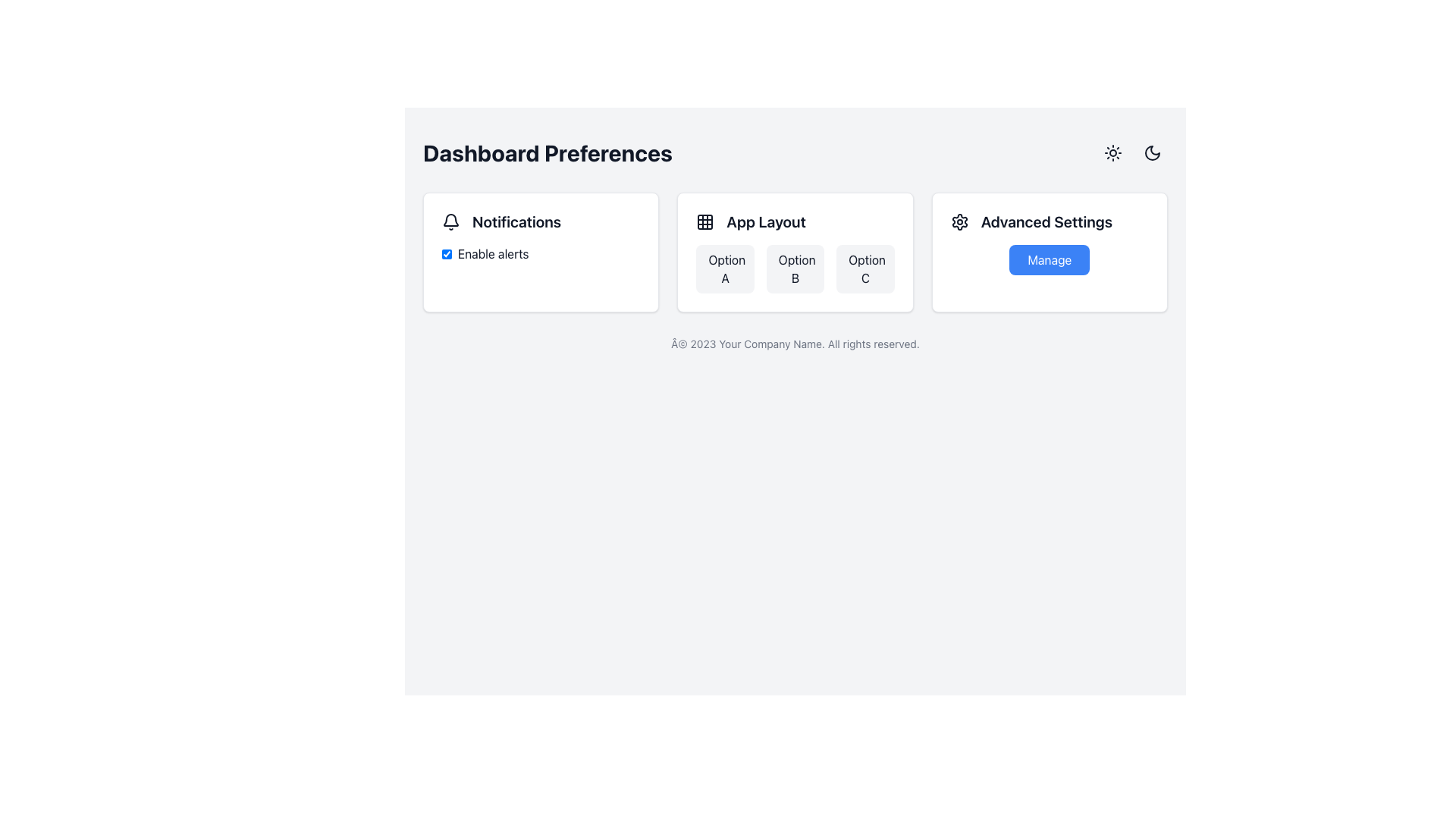 The width and height of the screenshot is (1456, 819). What do you see at coordinates (541, 251) in the screenshot?
I see `the Settings module for toggling notifications located under 'Dashboard Preferences'` at bounding box center [541, 251].